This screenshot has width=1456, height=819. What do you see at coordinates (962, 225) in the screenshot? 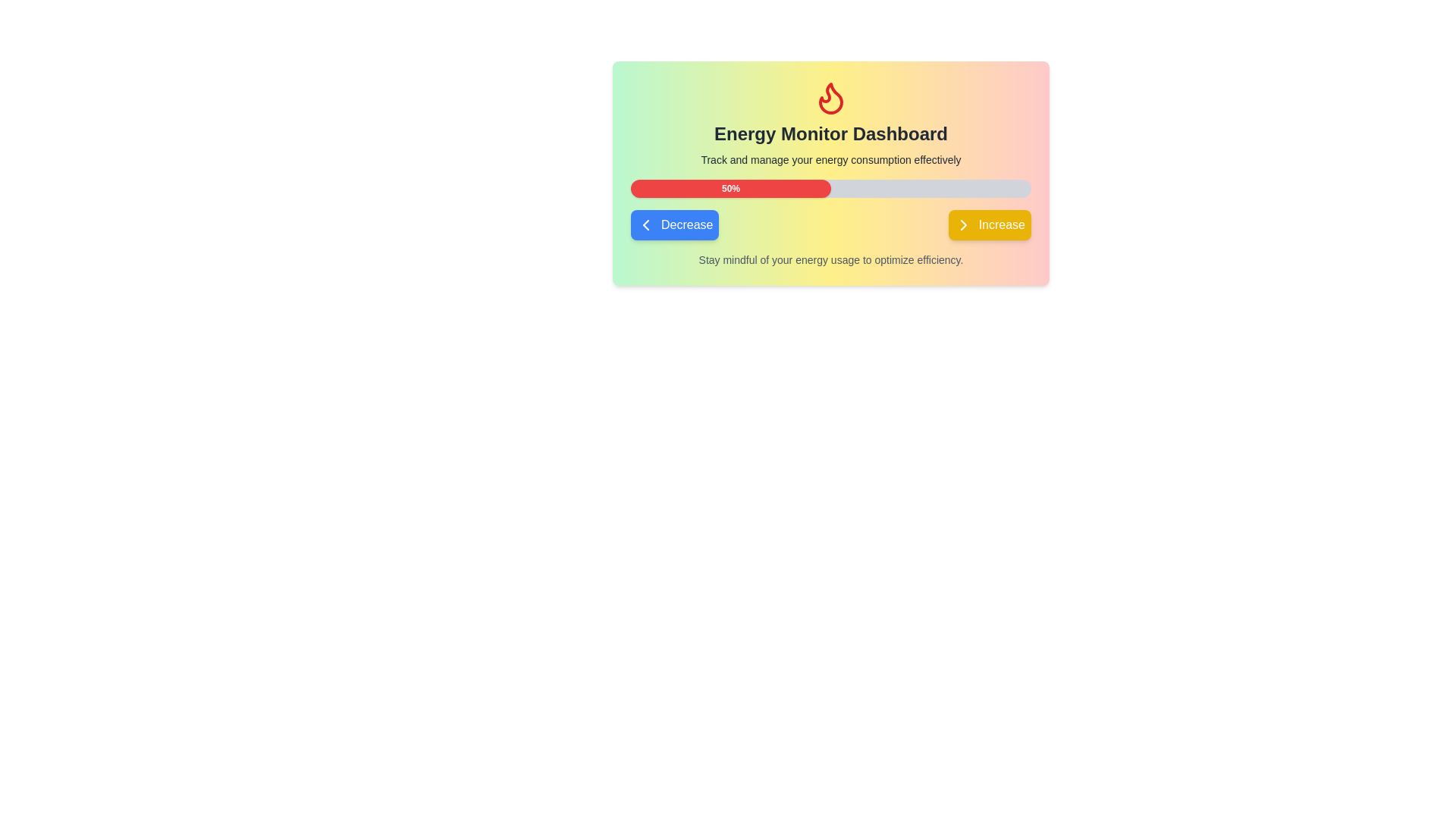
I see `the rightward chevron icon with a bold outline, which is part of the 'Increase' button` at bounding box center [962, 225].